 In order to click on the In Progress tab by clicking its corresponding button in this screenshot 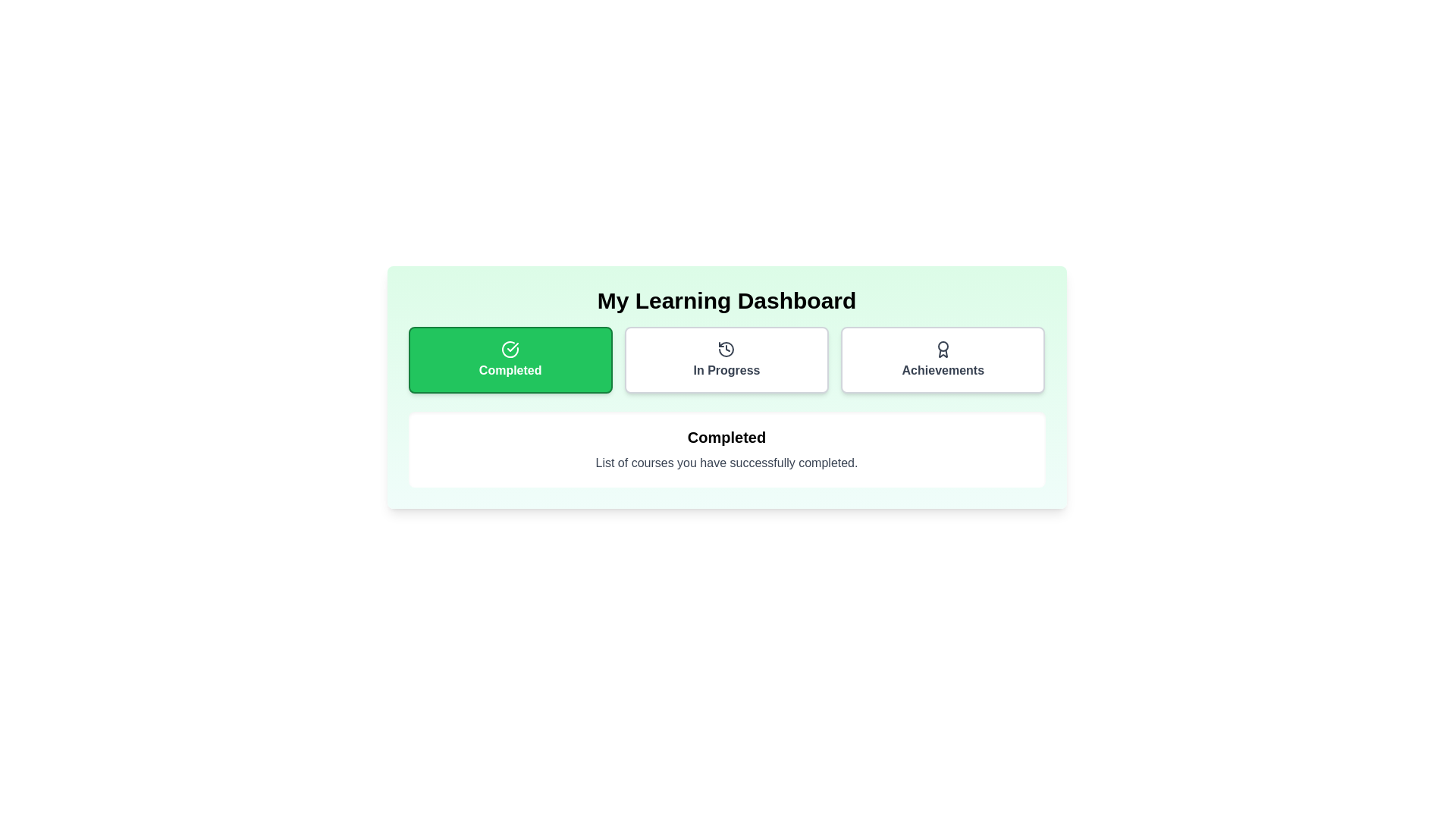, I will do `click(726, 359)`.